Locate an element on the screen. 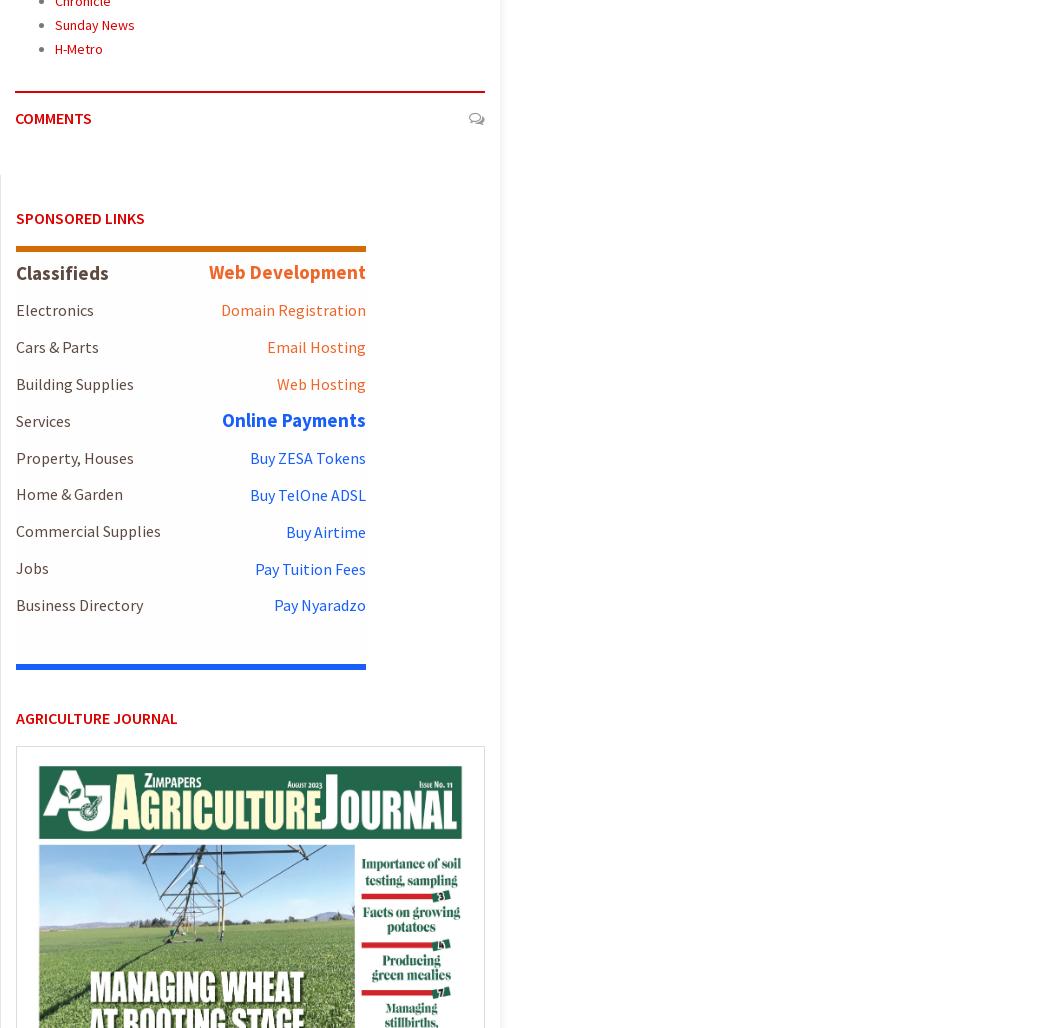 This screenshot has width=1044, height=1028. 'Pay Tuition Fees' is located at coordinates (309, 567).